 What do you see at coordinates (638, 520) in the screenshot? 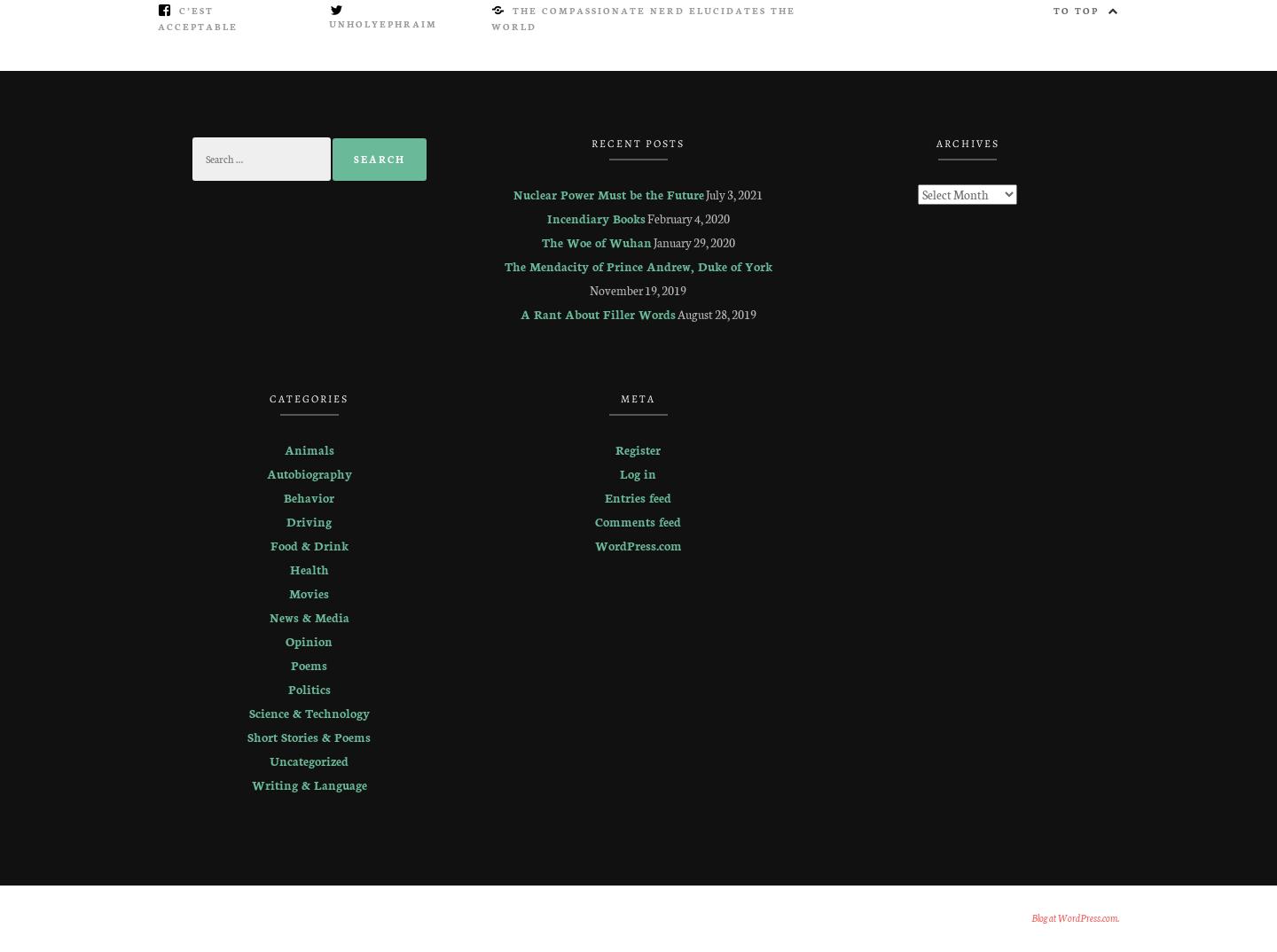
I see `'Comments feed'` at bounding box center [638, 520].